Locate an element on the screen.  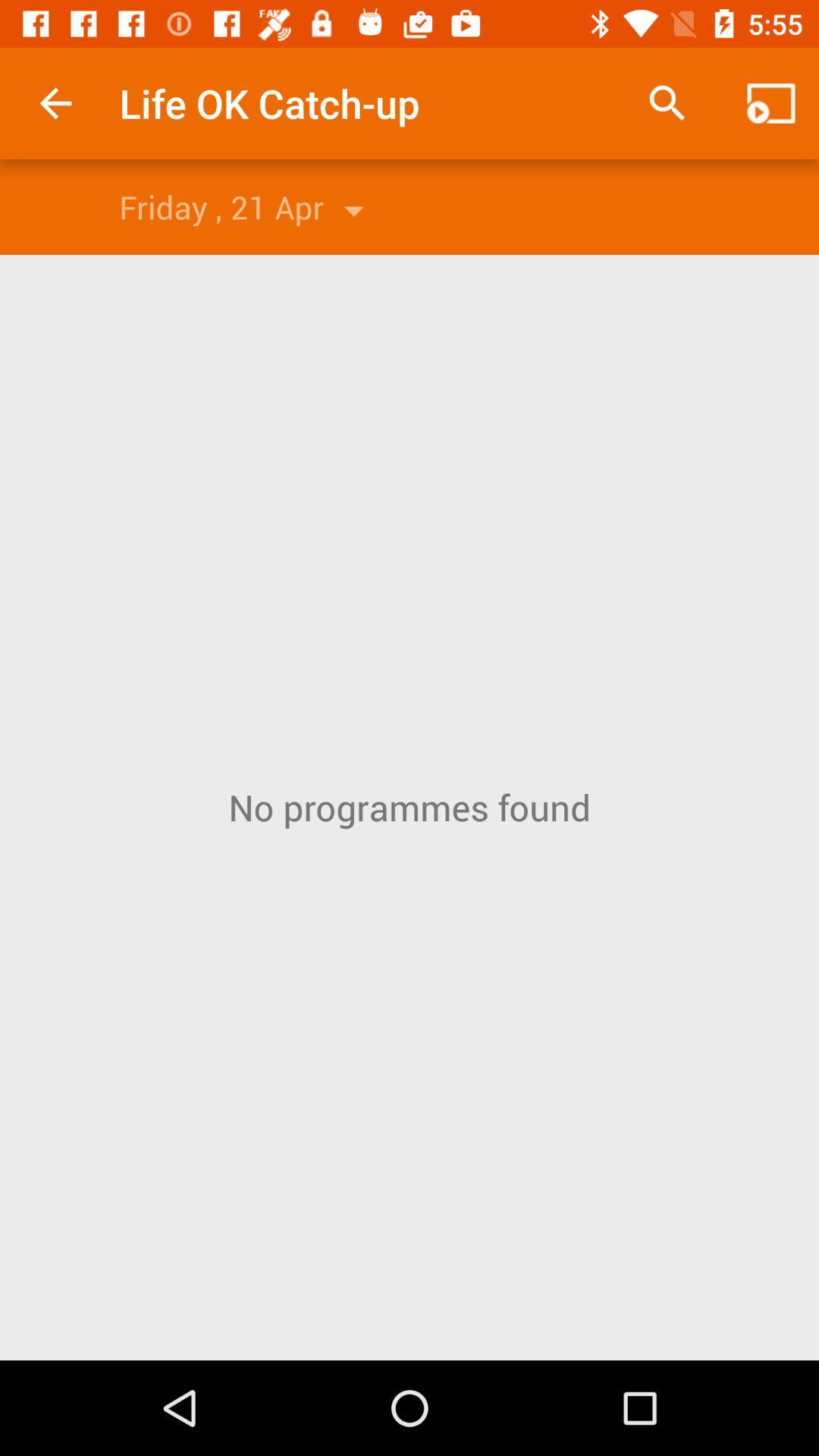
app to the right of the life ok catch item is located at coordinates (667, 102).